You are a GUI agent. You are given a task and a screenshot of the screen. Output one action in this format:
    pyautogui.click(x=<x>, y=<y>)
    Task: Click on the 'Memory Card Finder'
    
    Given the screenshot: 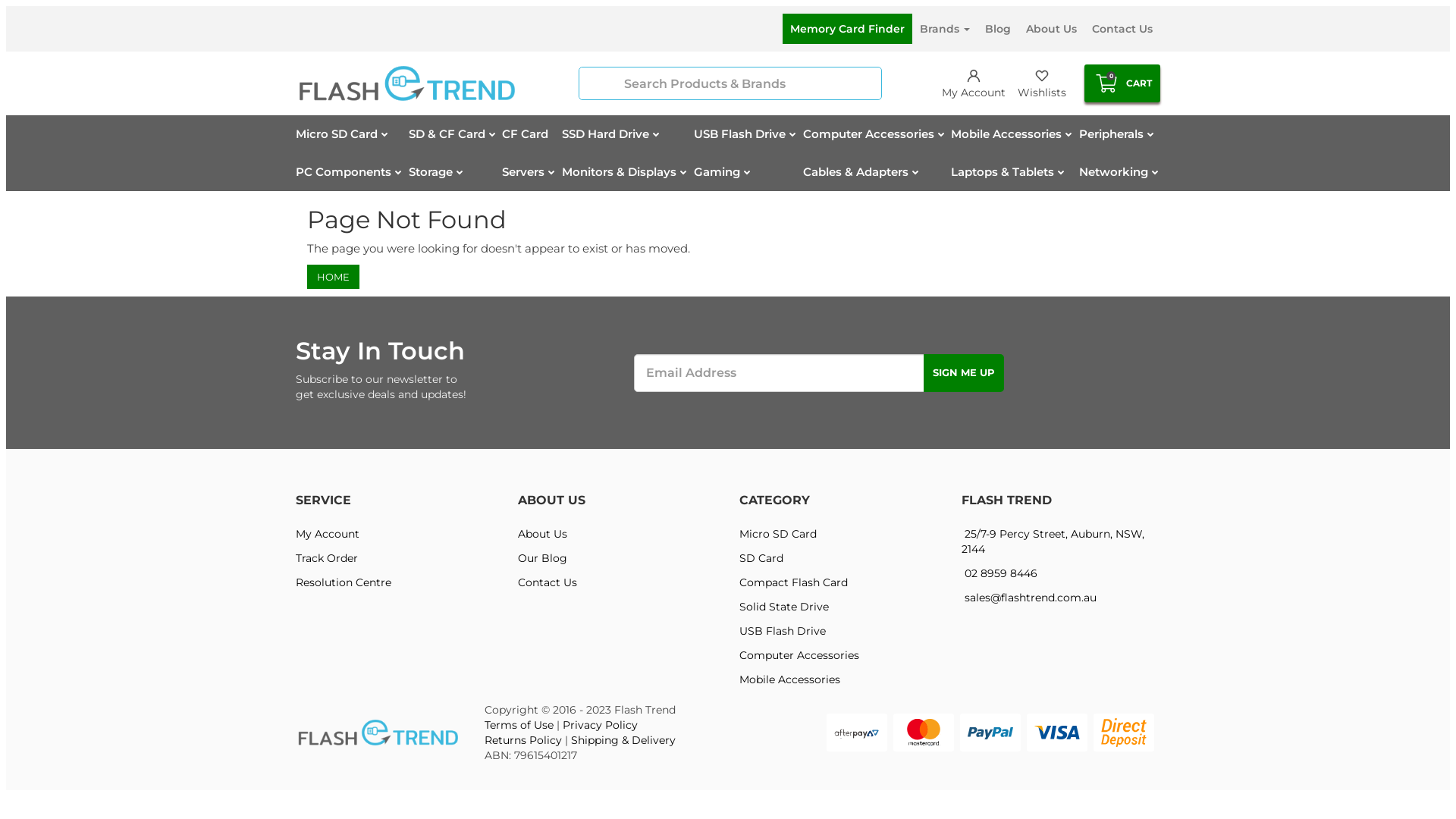 What is the action you would take?
    pyautogui.click(x=846, y=29)
    